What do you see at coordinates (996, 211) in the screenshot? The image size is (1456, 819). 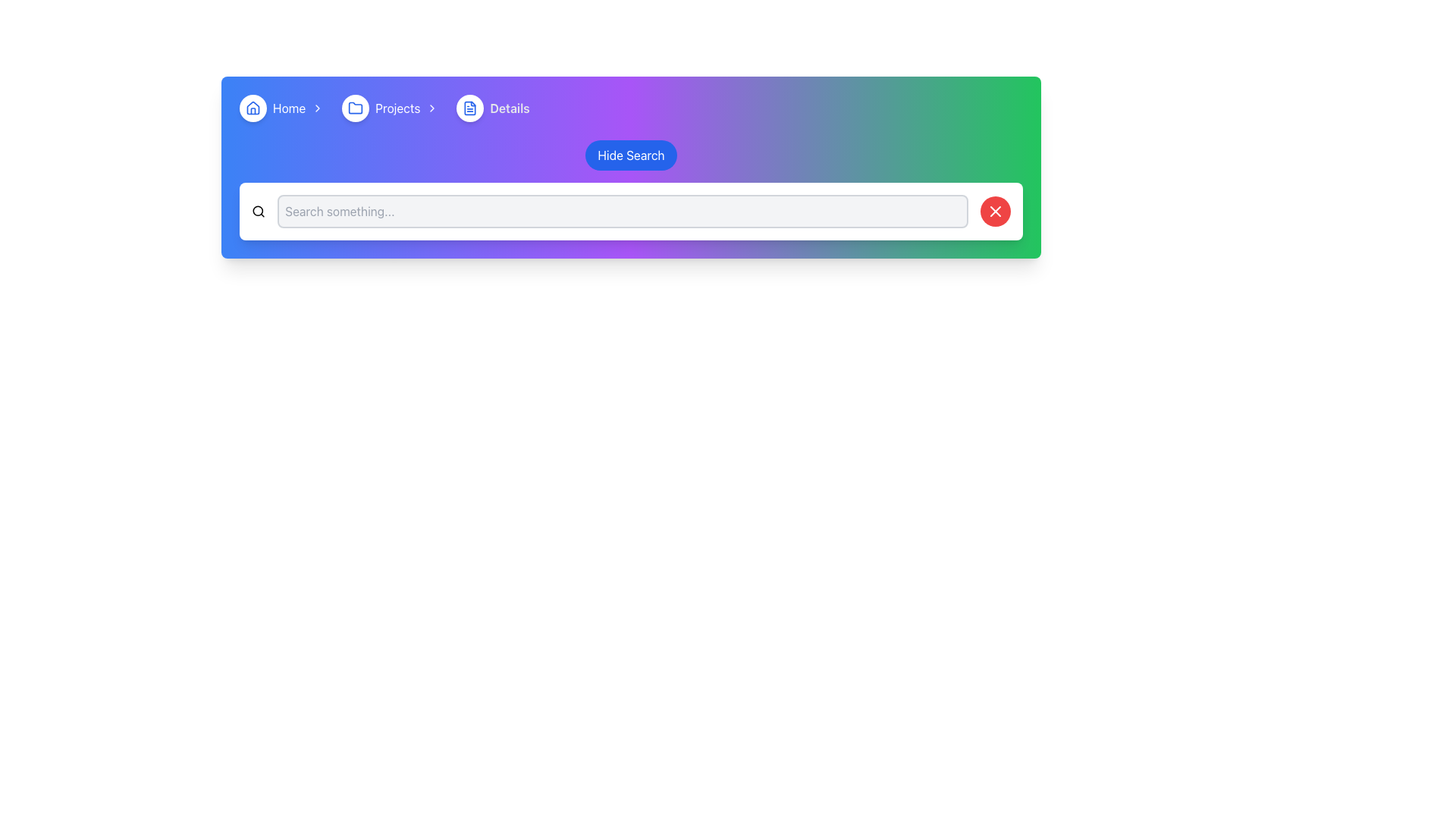 I see `the close button located at the far-right end of the search bar to clear its contents` at bounding box center [996, 211].